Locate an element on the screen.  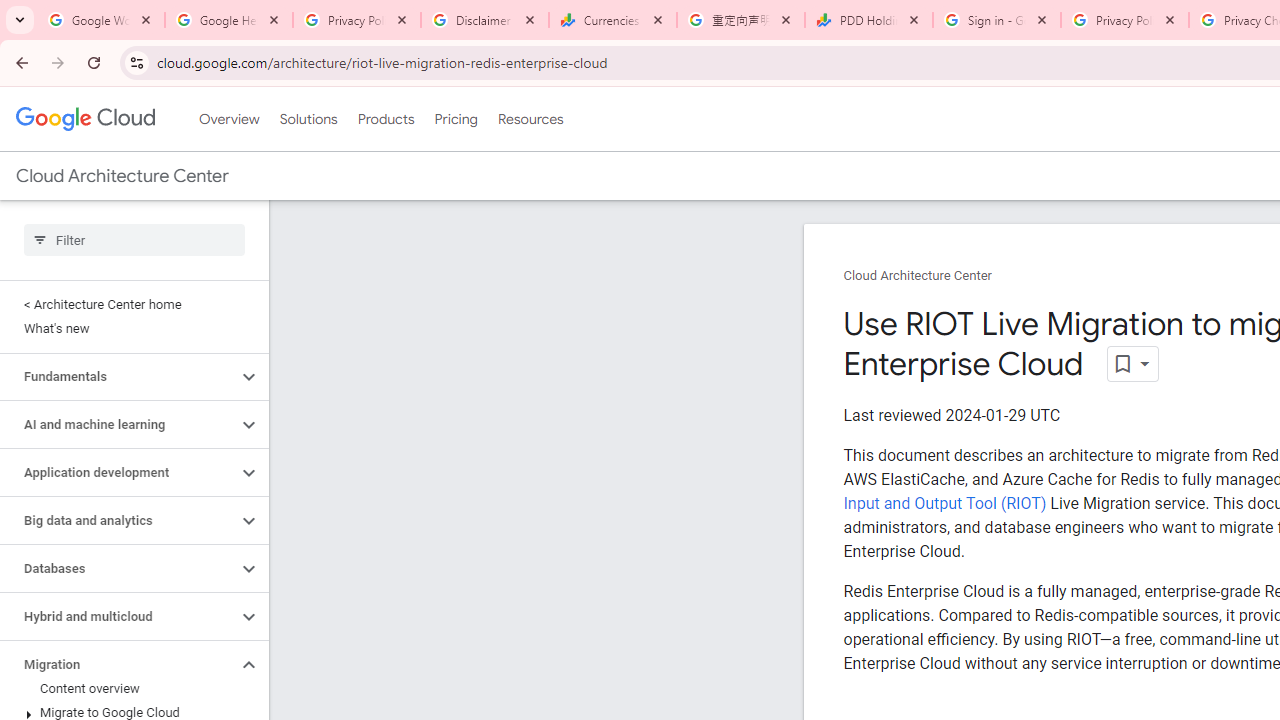
'Open dropdown' is located at coordinates (1132, 364).